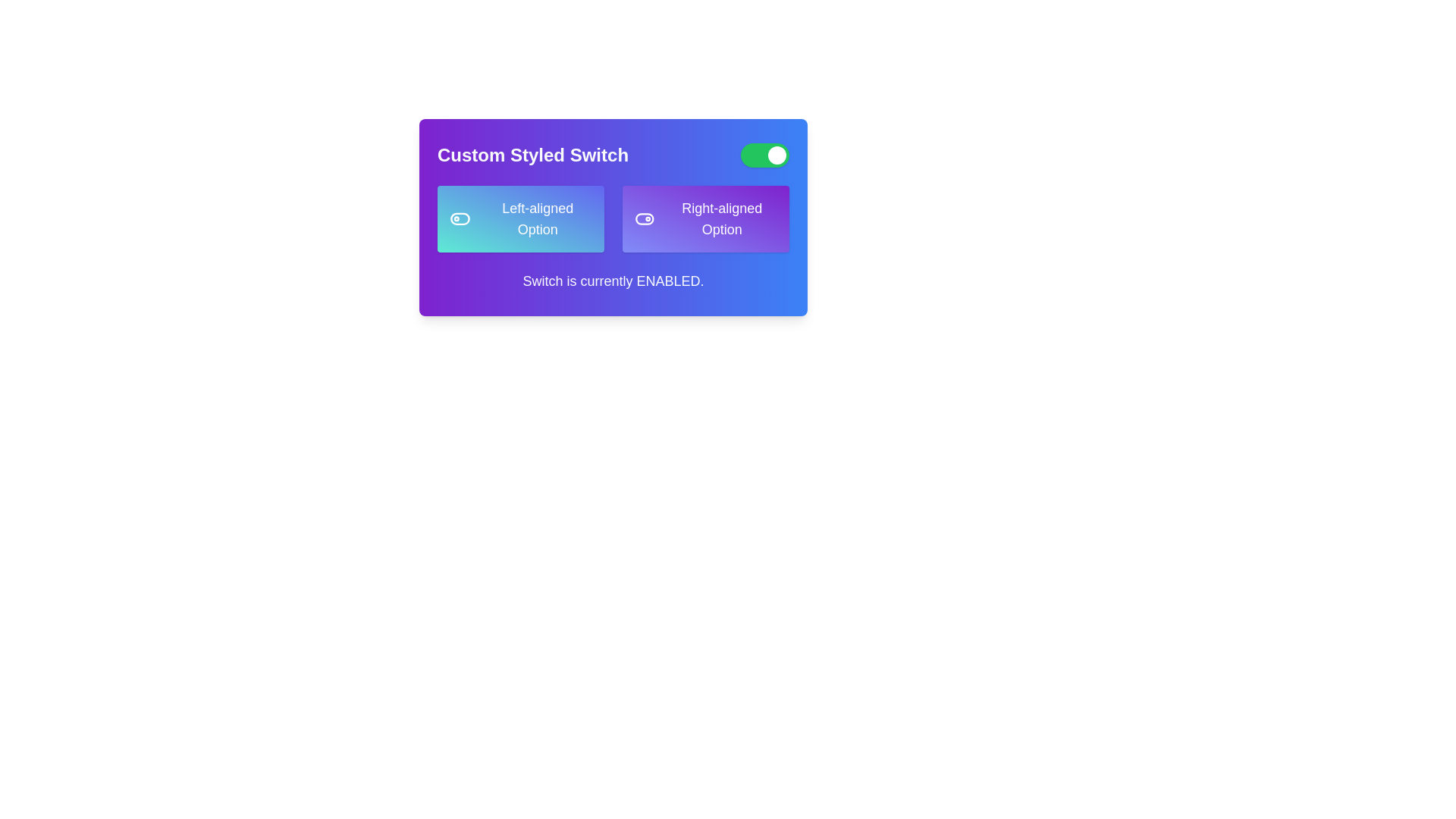 The height and width of the screenshot is (819, 1456). Describe the element at coordinates (705, 219) in the screenshot. I see `the styled button or card component positioned in the right half of the layout` at that location.